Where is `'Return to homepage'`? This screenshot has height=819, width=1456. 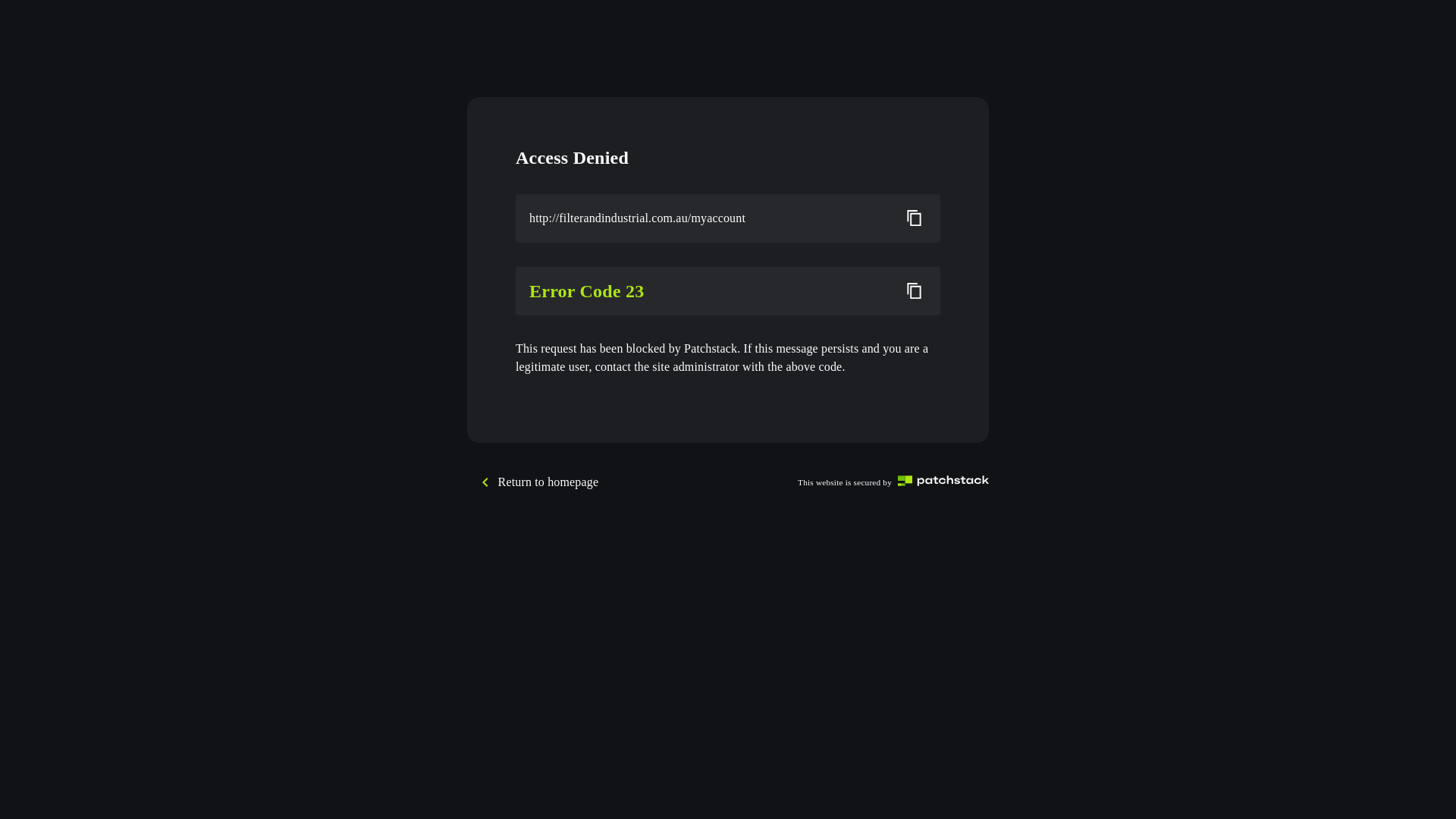
'Return to homepage' is located at coordinates (548, 482).